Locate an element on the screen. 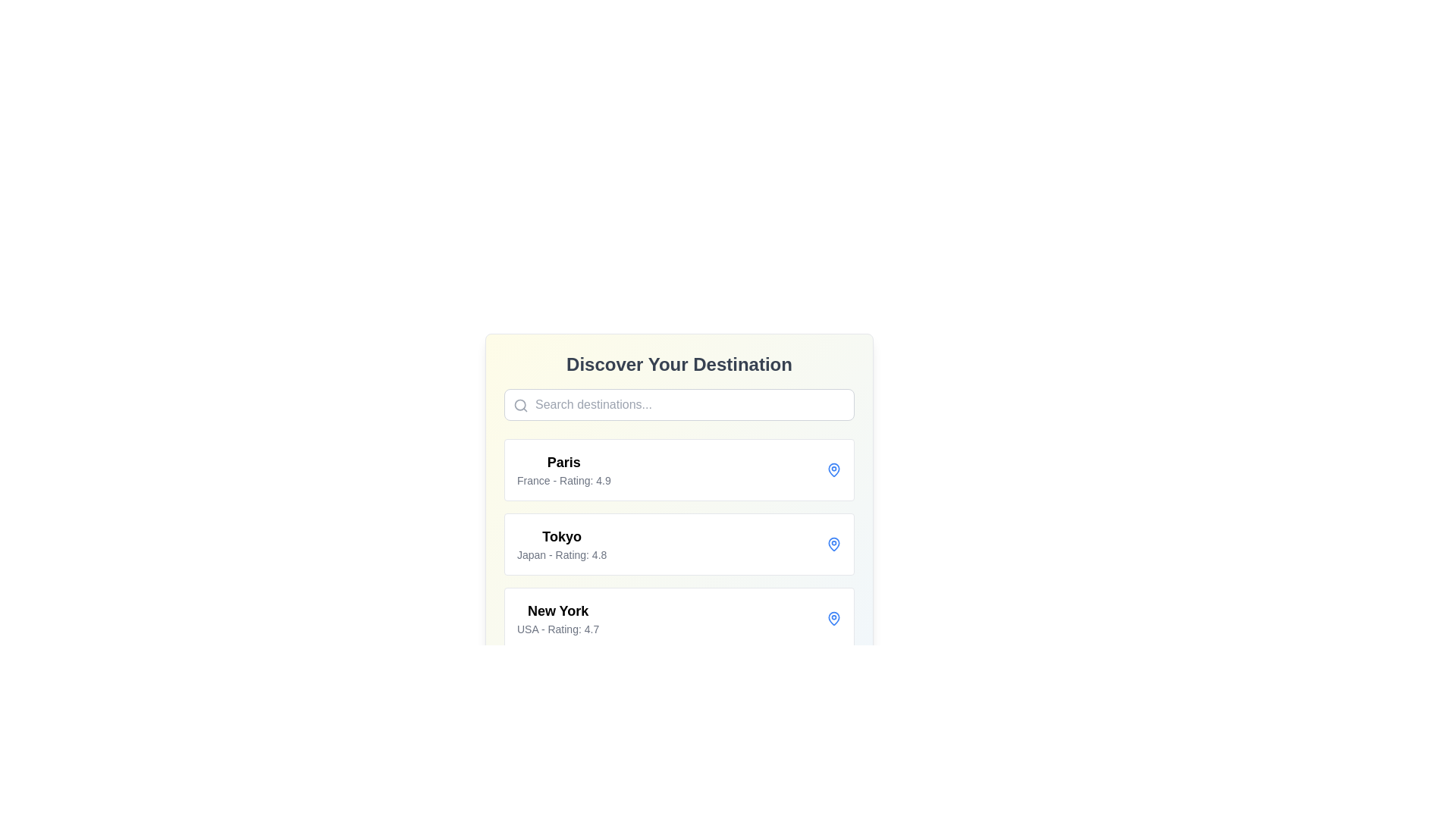 Image resolution: width=1456 pixels, height=819 pixels. the card labeled 'Tokyo', which is the second item is located at coordinates (679, 543).